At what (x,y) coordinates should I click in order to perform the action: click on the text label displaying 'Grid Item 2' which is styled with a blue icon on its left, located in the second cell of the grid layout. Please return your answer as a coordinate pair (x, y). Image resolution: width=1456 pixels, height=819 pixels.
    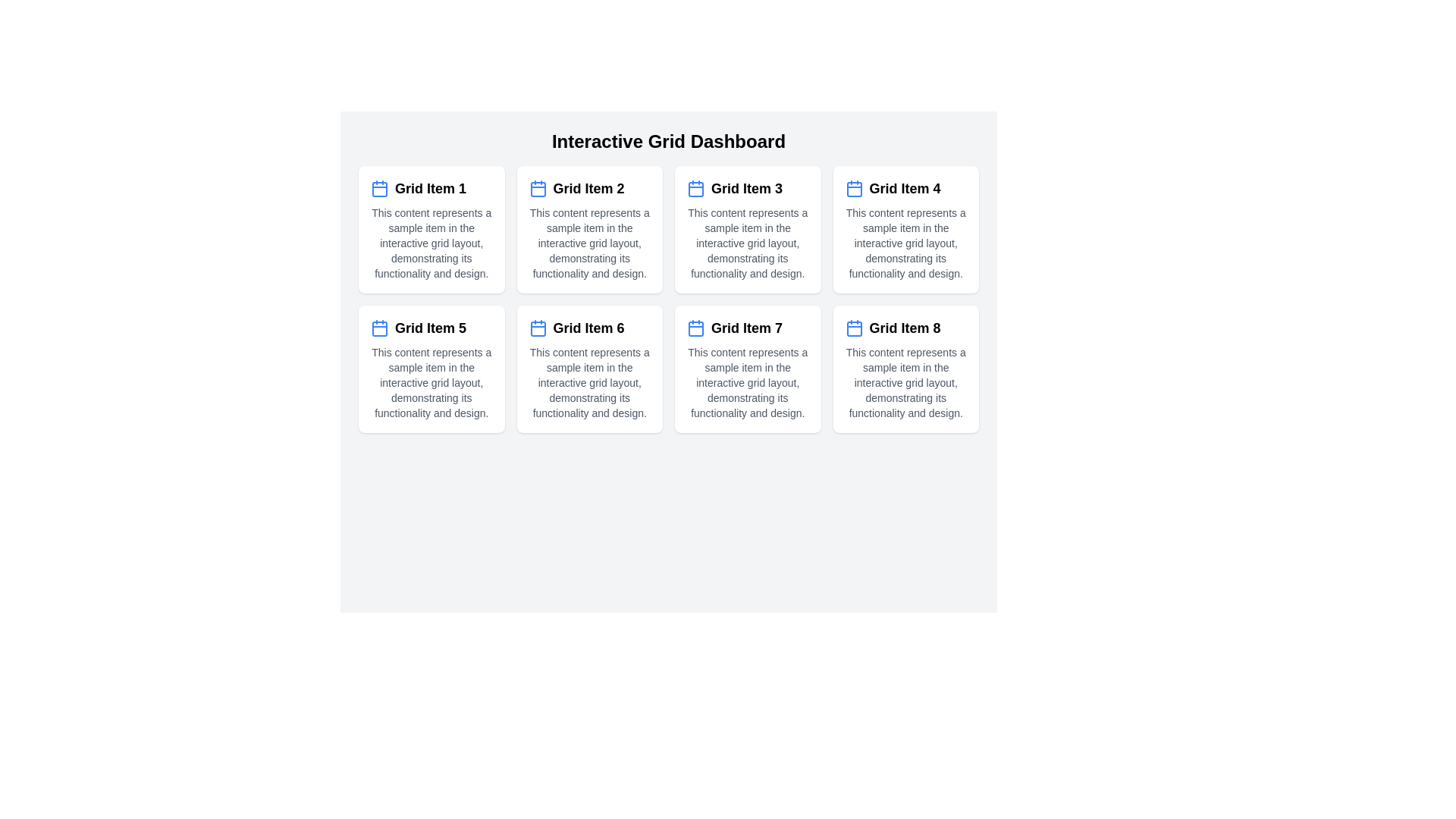
    Looking at the image, I should click on (588, 188).